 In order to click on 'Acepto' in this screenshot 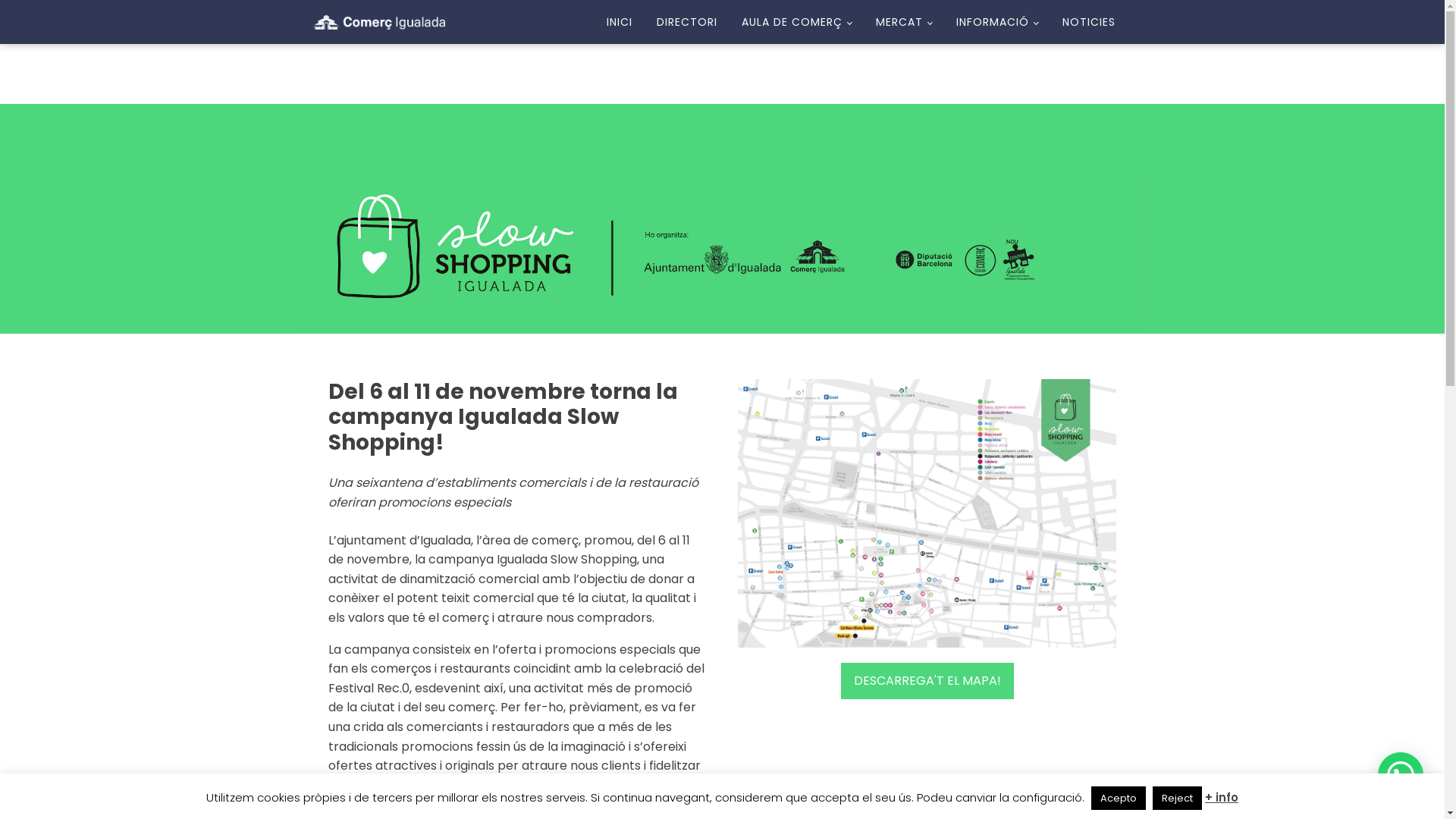, I will do `click(1118, 797)`.